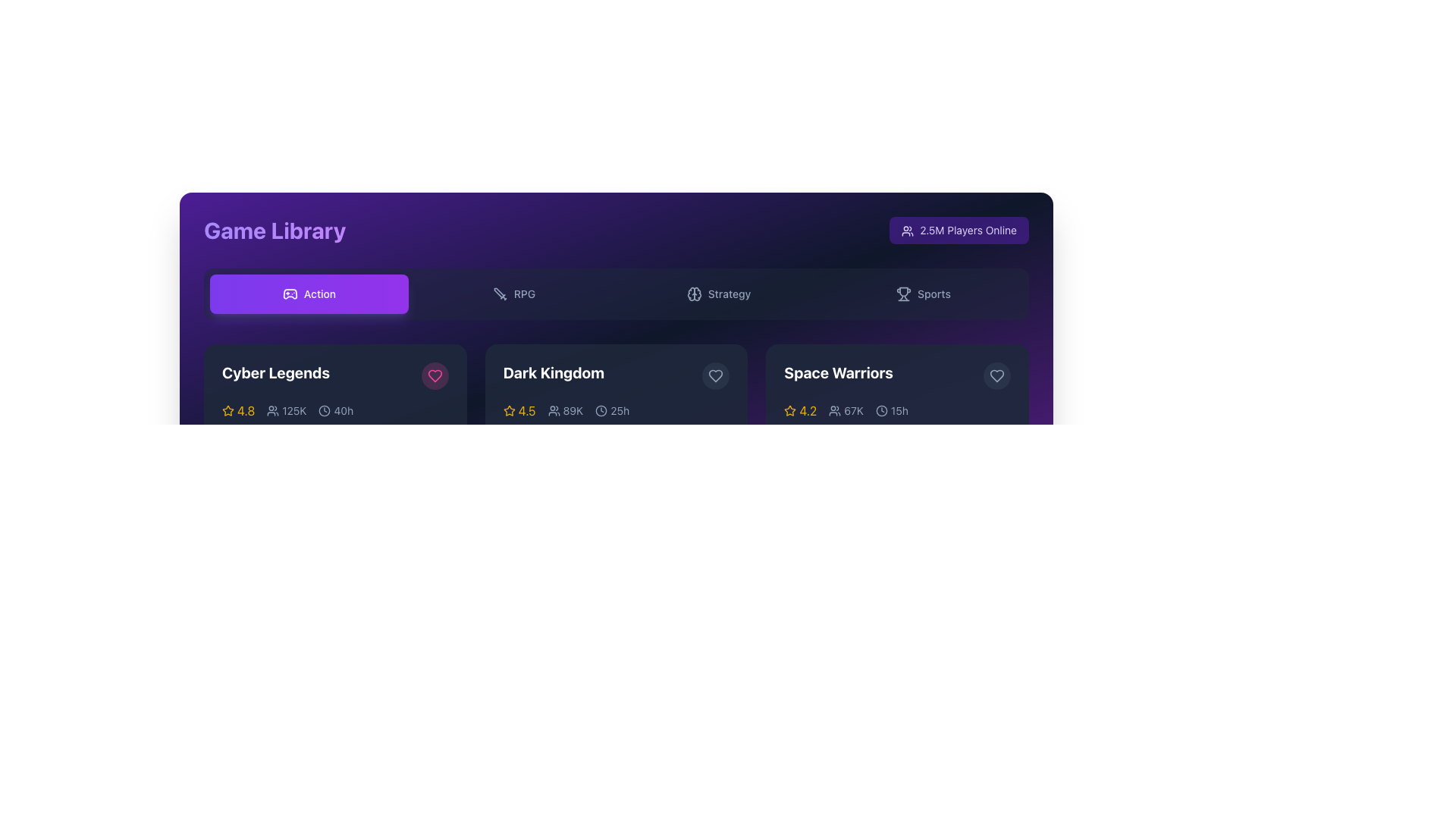 Image resolution: width=1456 pixels, height=819 pixels. Describe the element at coordinates (434, 375) in the screenshot. I see `the pink heart icon located within the circular button at the top-right corner of the 'Cyber Legends' game card to trigger additional information or animation effect` at that location.